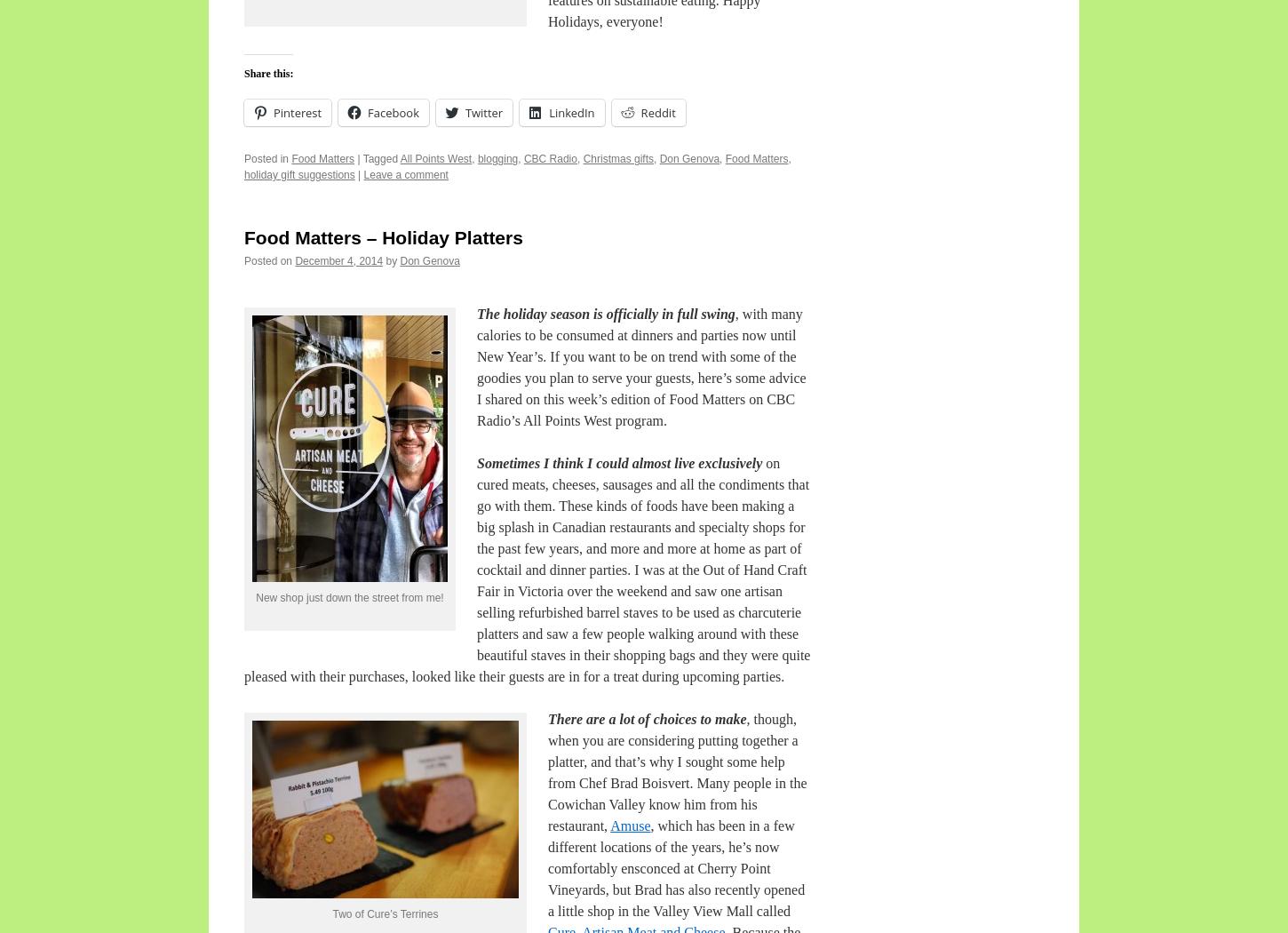 The height and width of the screenshot is (933, 1288). Describe the element at coordinates (266, 159) in the screenshot. I see `'Posted in'` at that location.